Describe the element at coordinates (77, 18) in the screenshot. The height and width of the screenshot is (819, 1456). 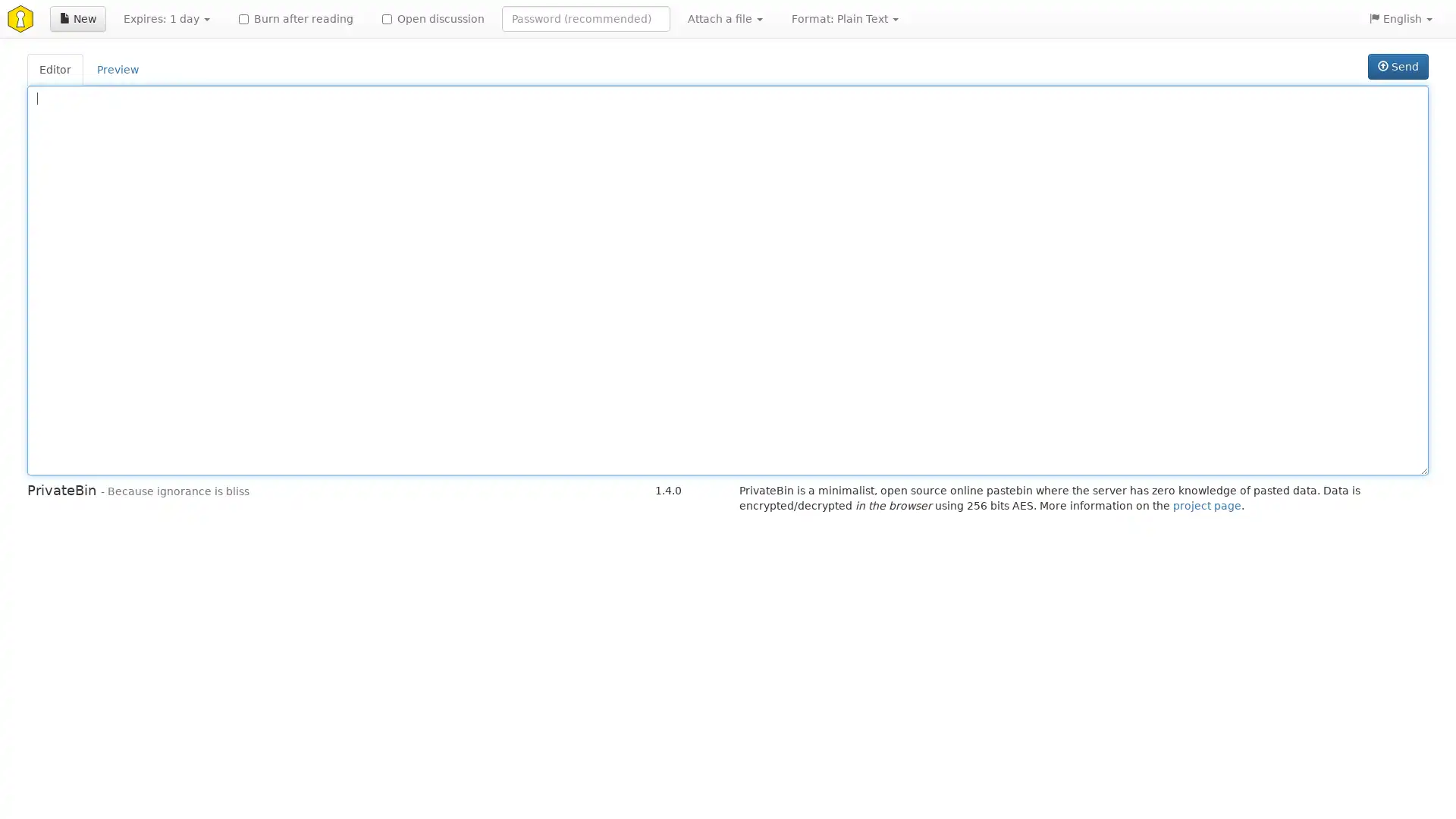
I see `New` at that location.